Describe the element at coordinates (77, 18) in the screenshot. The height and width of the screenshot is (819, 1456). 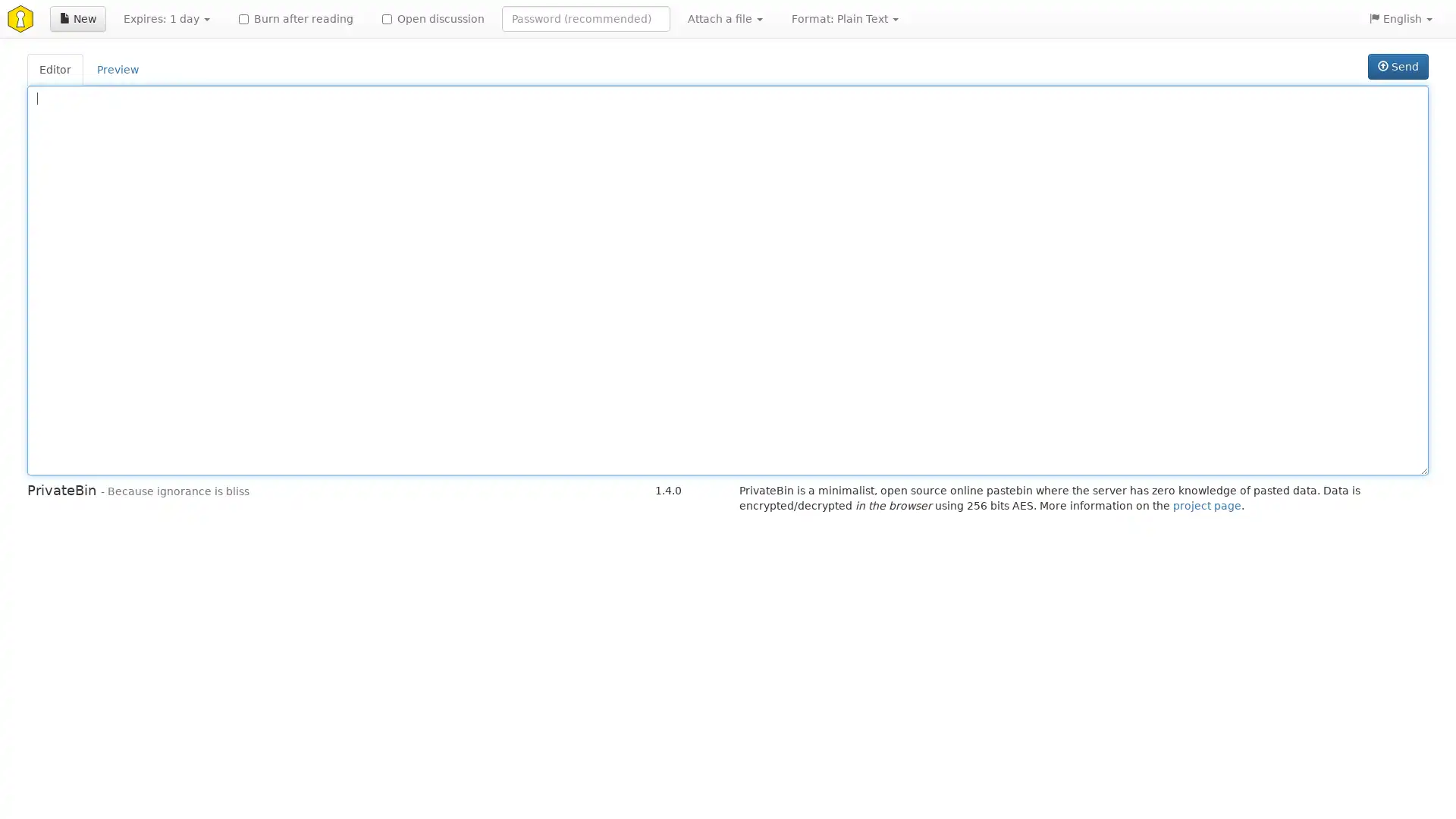
I see `New` at that location.